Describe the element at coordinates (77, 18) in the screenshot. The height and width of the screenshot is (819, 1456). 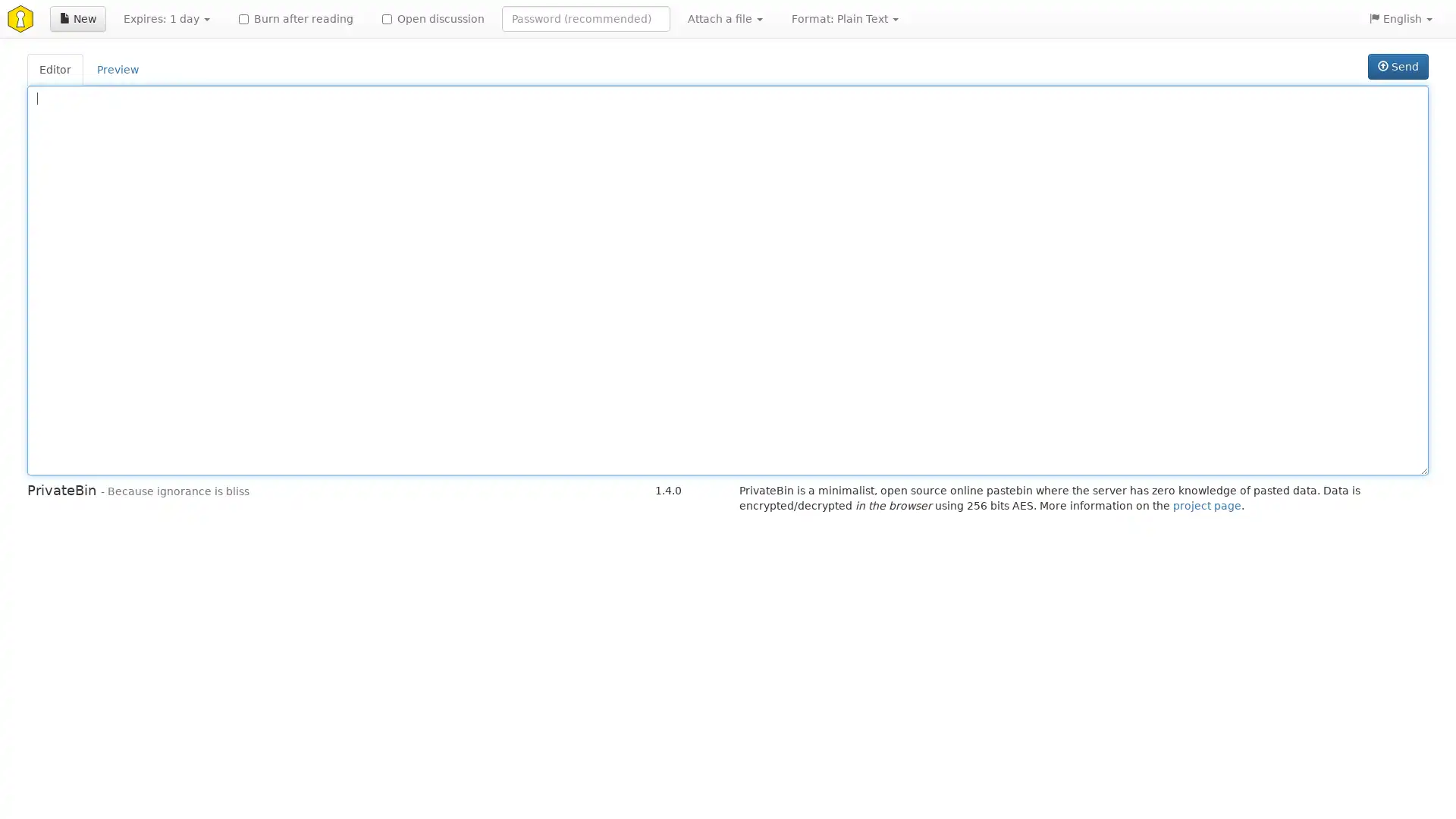
I see `New` at that location.